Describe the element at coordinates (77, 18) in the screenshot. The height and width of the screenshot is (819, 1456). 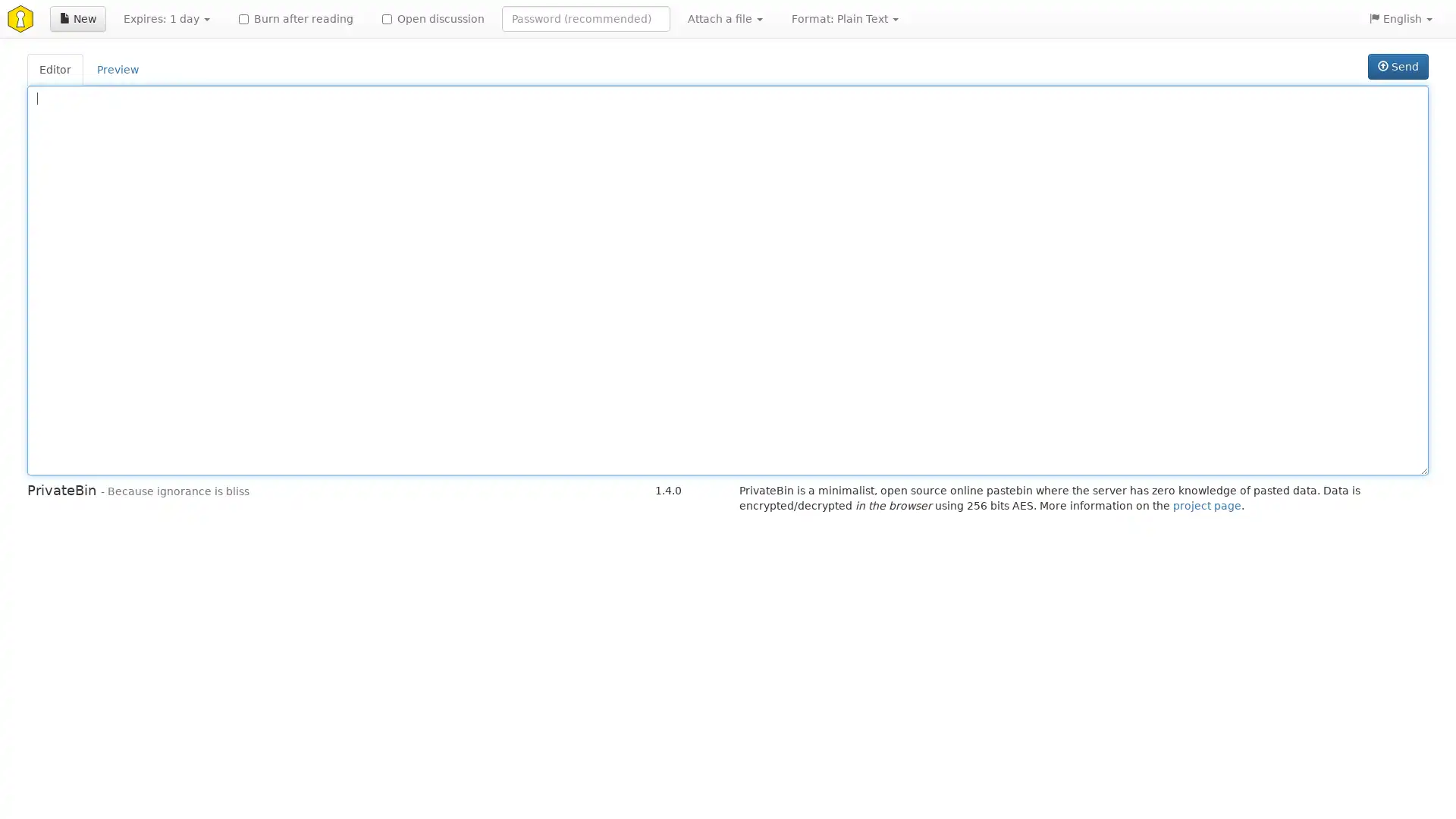
I see `New` at that location.